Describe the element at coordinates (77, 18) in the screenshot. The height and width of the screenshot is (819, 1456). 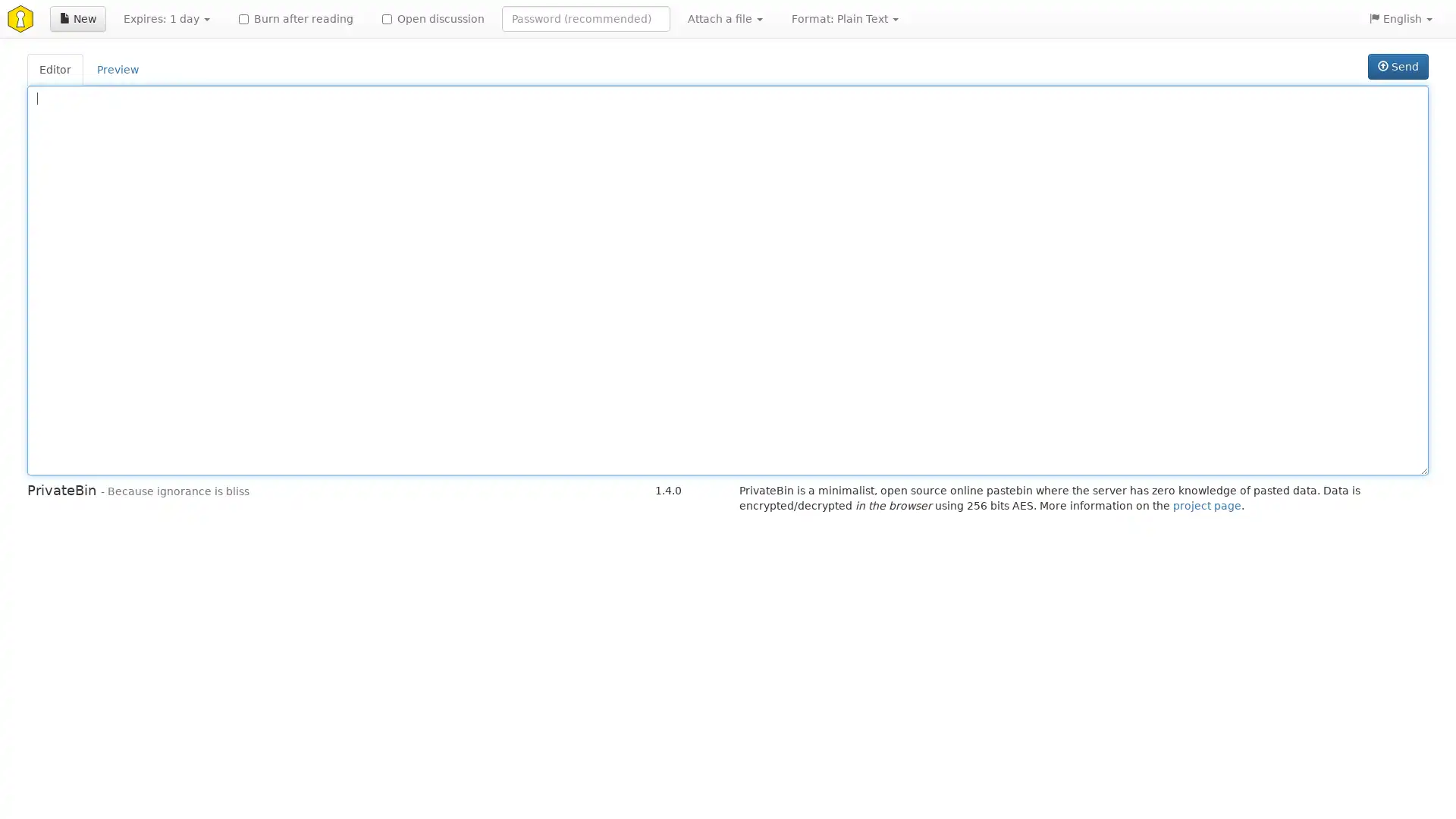
I see `New` at that location.